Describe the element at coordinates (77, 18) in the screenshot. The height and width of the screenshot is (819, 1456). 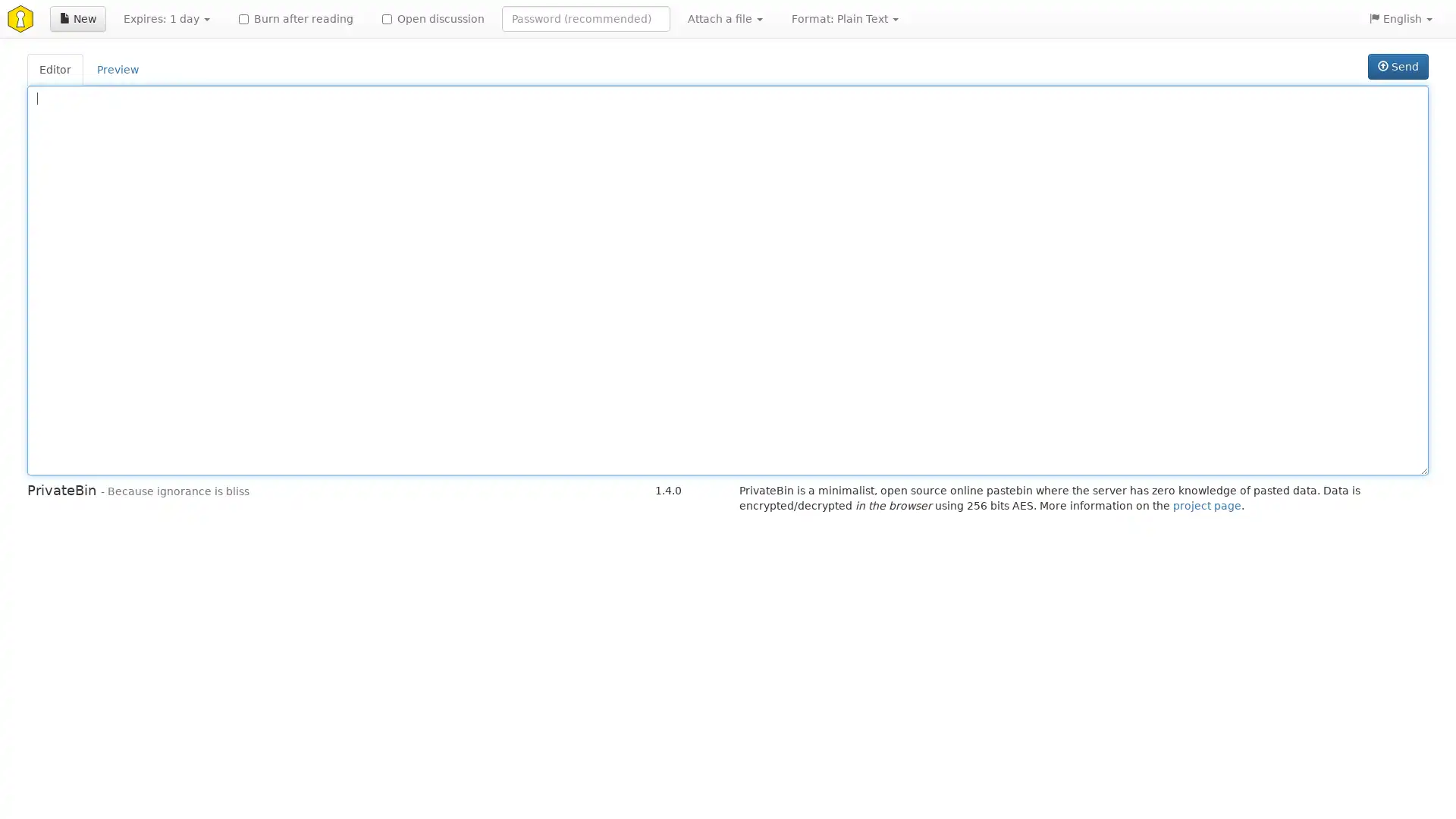
I see `New` at that location.